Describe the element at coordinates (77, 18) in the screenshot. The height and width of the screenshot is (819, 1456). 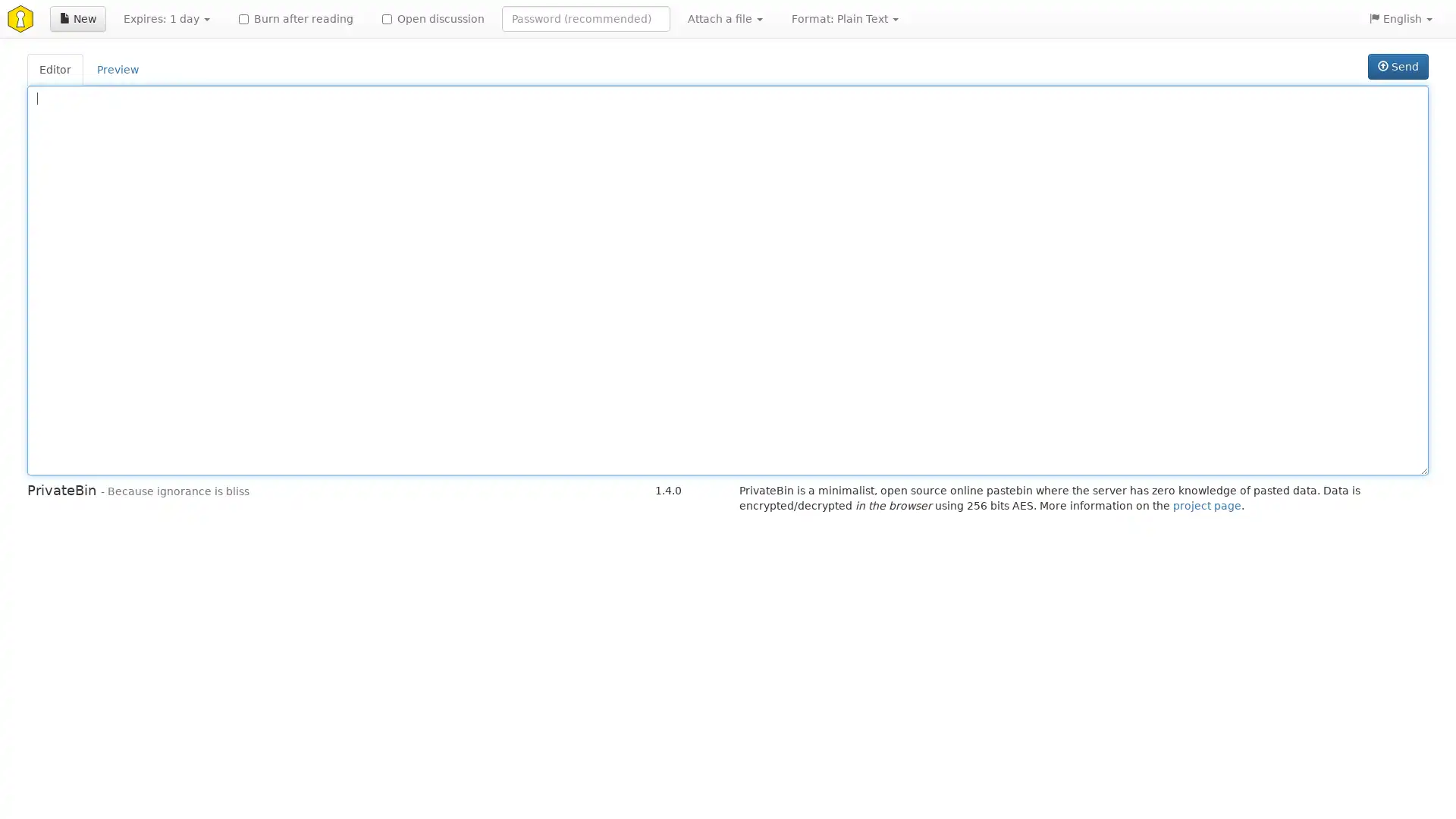
I see `New` at that location.